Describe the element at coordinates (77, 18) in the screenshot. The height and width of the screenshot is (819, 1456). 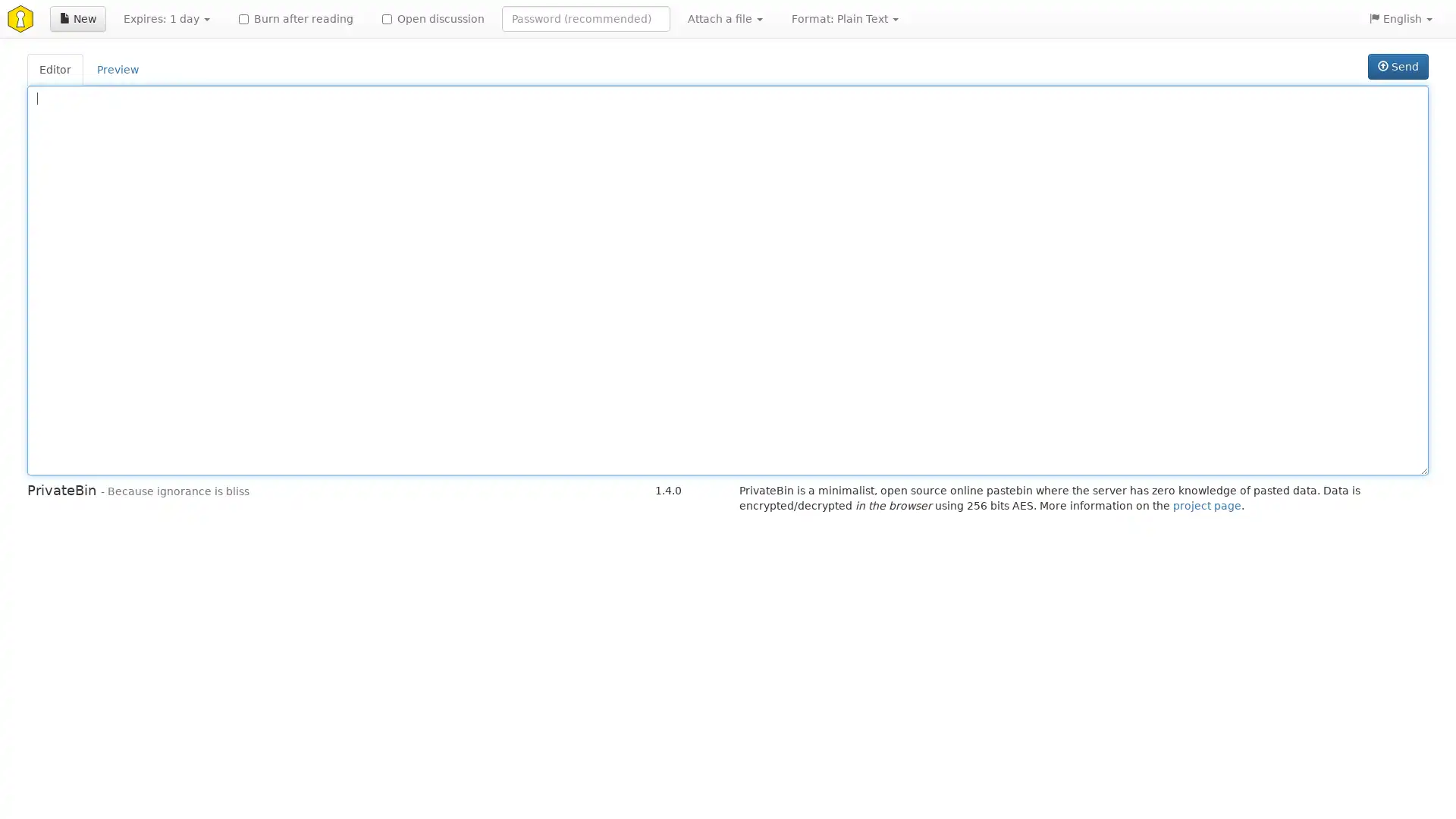
I see `New` at that location.